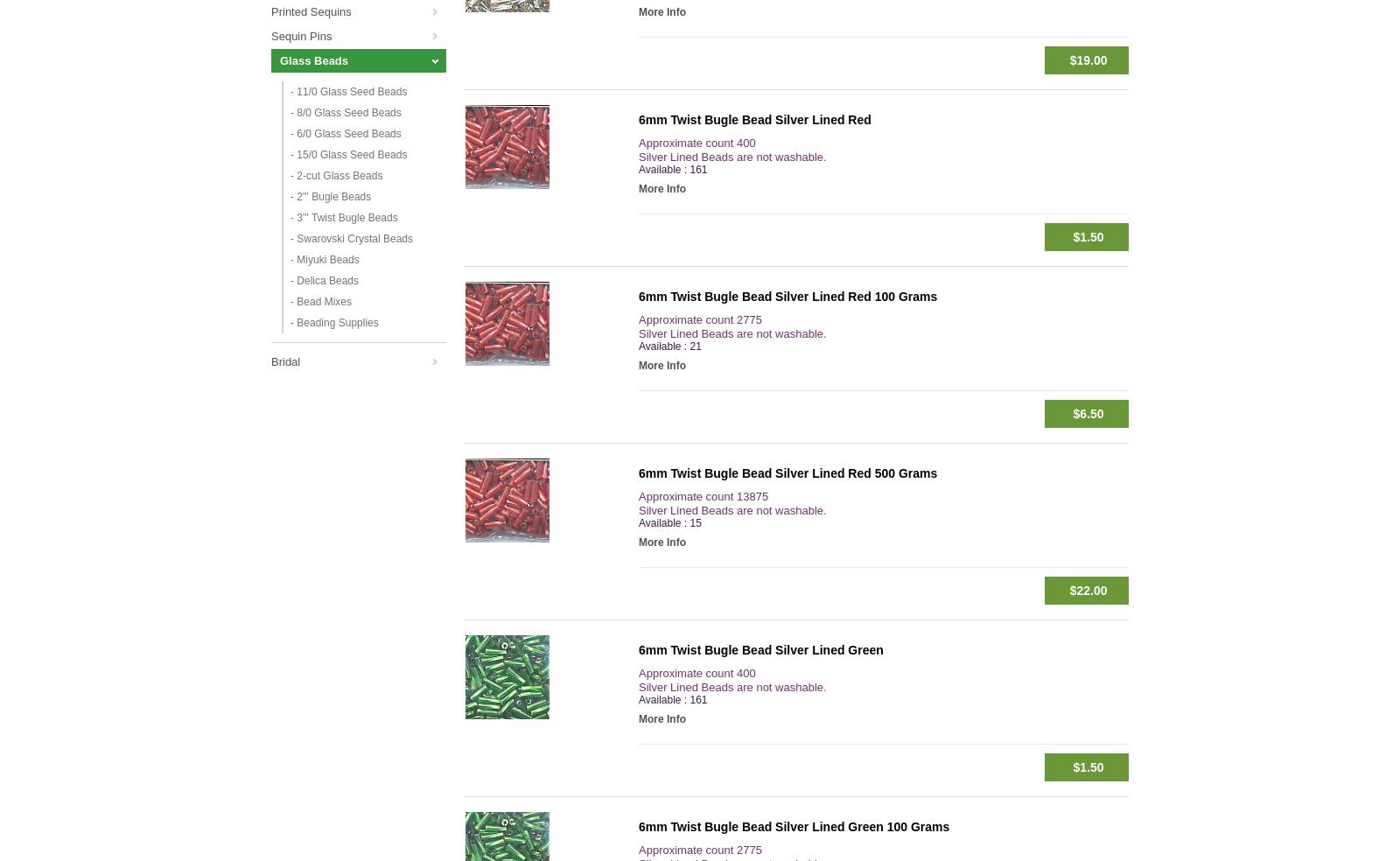 This screenshot has height=861, width=1400. What do you see at coordinates (314, 59) in the screenshot?
I see `'Glass Beads'` at bounding box center [314, 59].